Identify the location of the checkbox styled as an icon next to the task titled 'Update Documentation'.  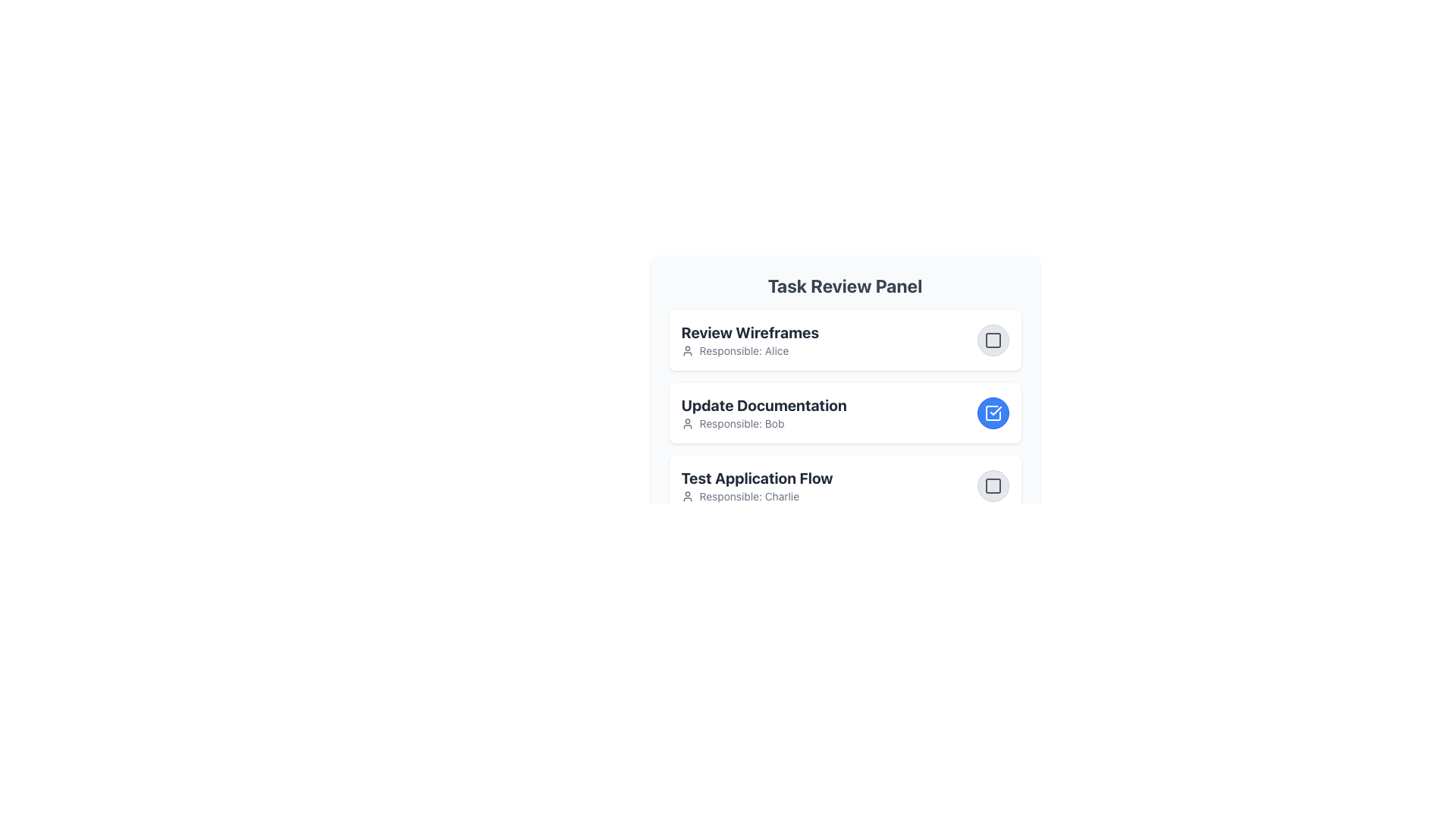
(993, 413).